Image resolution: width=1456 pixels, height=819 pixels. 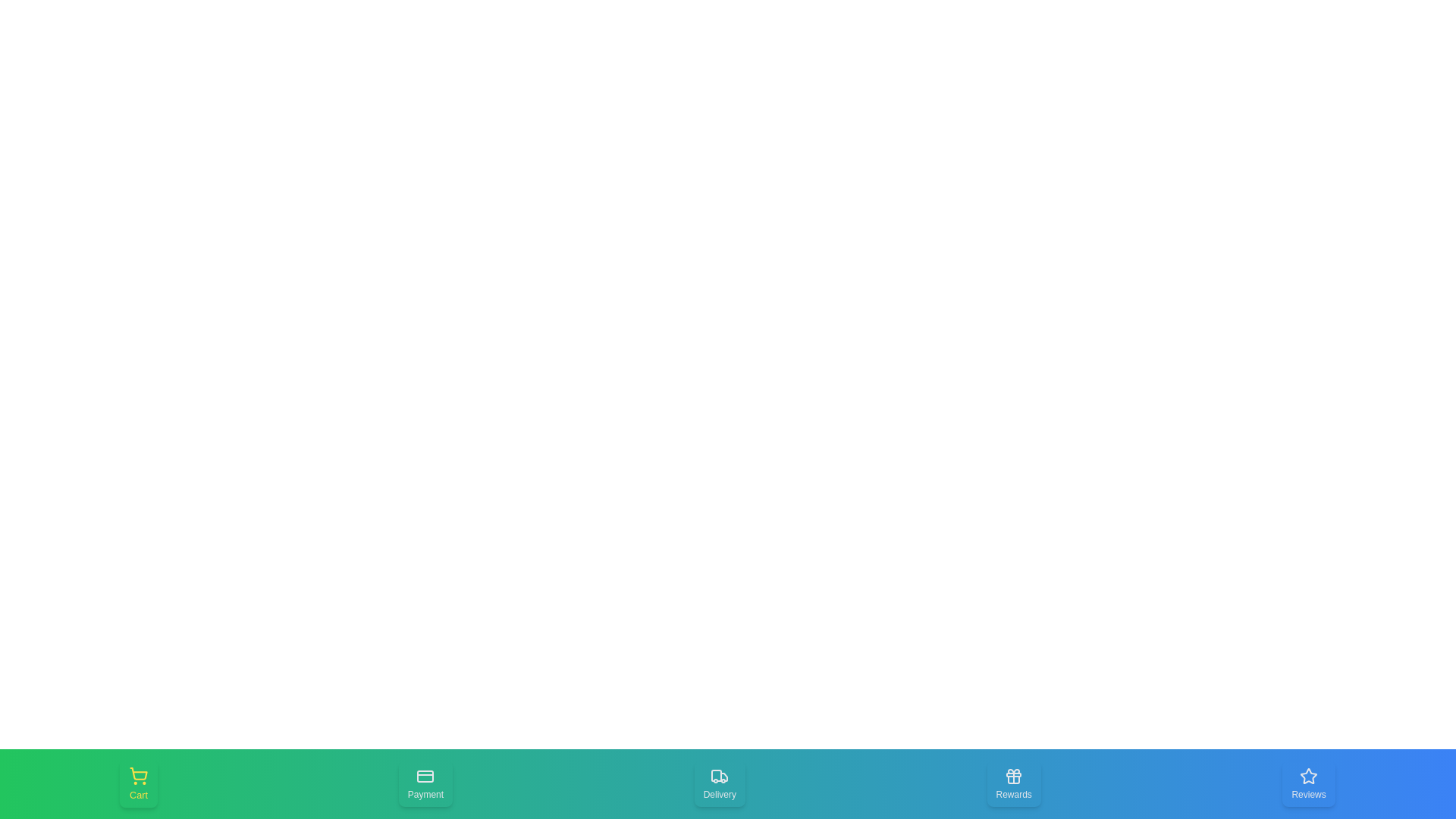 What do you see at coordinates (719, 783) in the screenshot?
I see `the Delivery tab in the bottom navigation bar` at bounding box center [719, 783].